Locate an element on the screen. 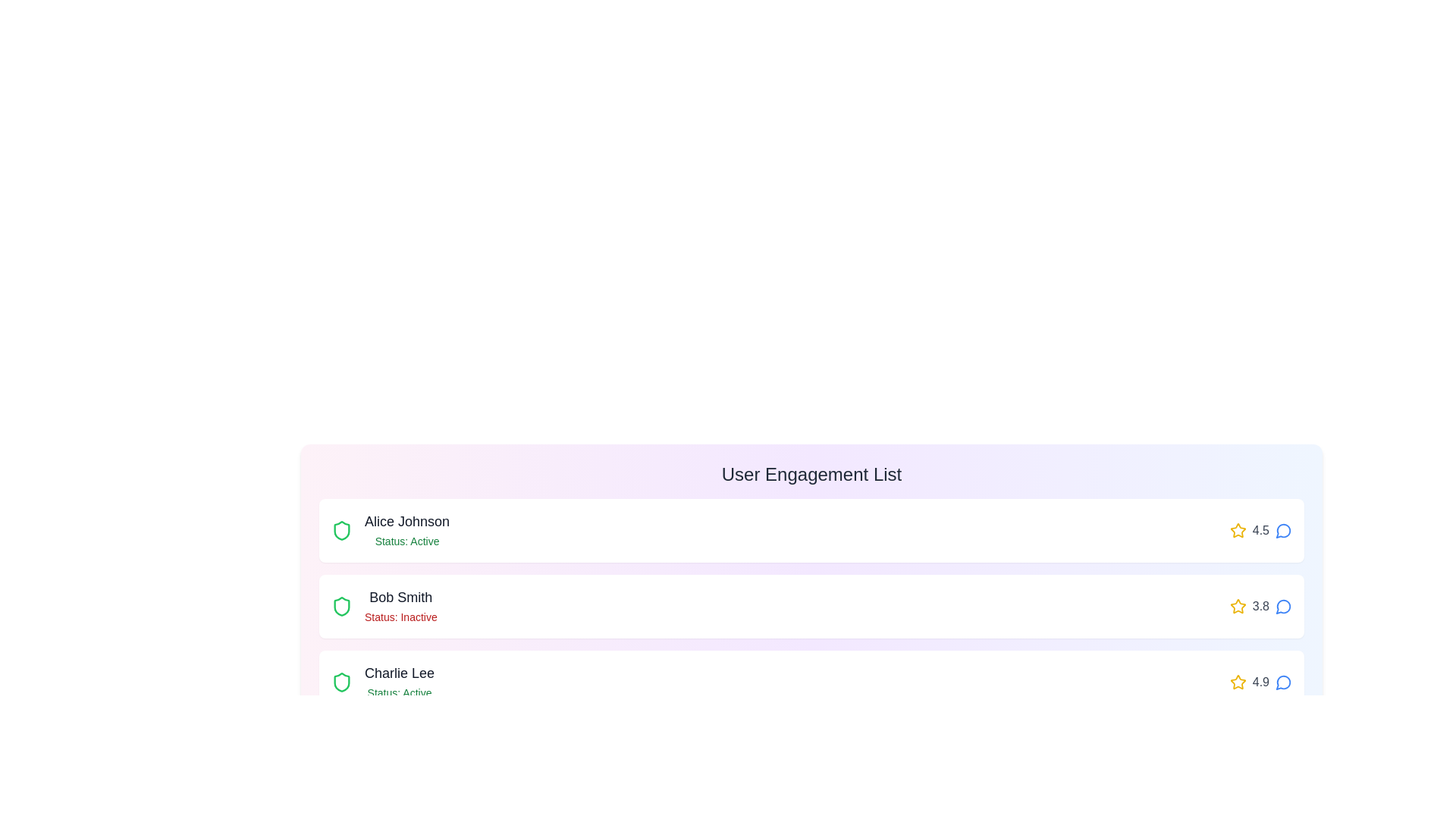  the message icon next to the user Bob Smith is located at coordinates (1283, 605).